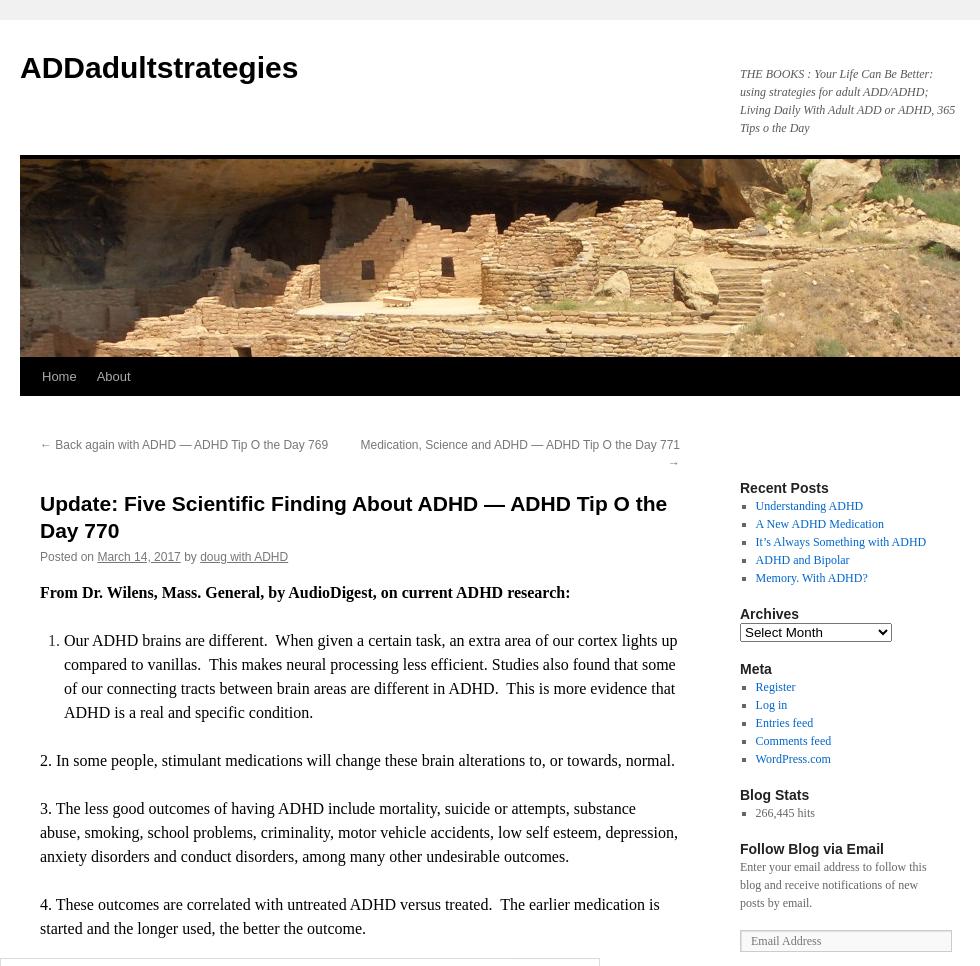  I want to click on 'Follow Blog via Email', so click(811, 848).